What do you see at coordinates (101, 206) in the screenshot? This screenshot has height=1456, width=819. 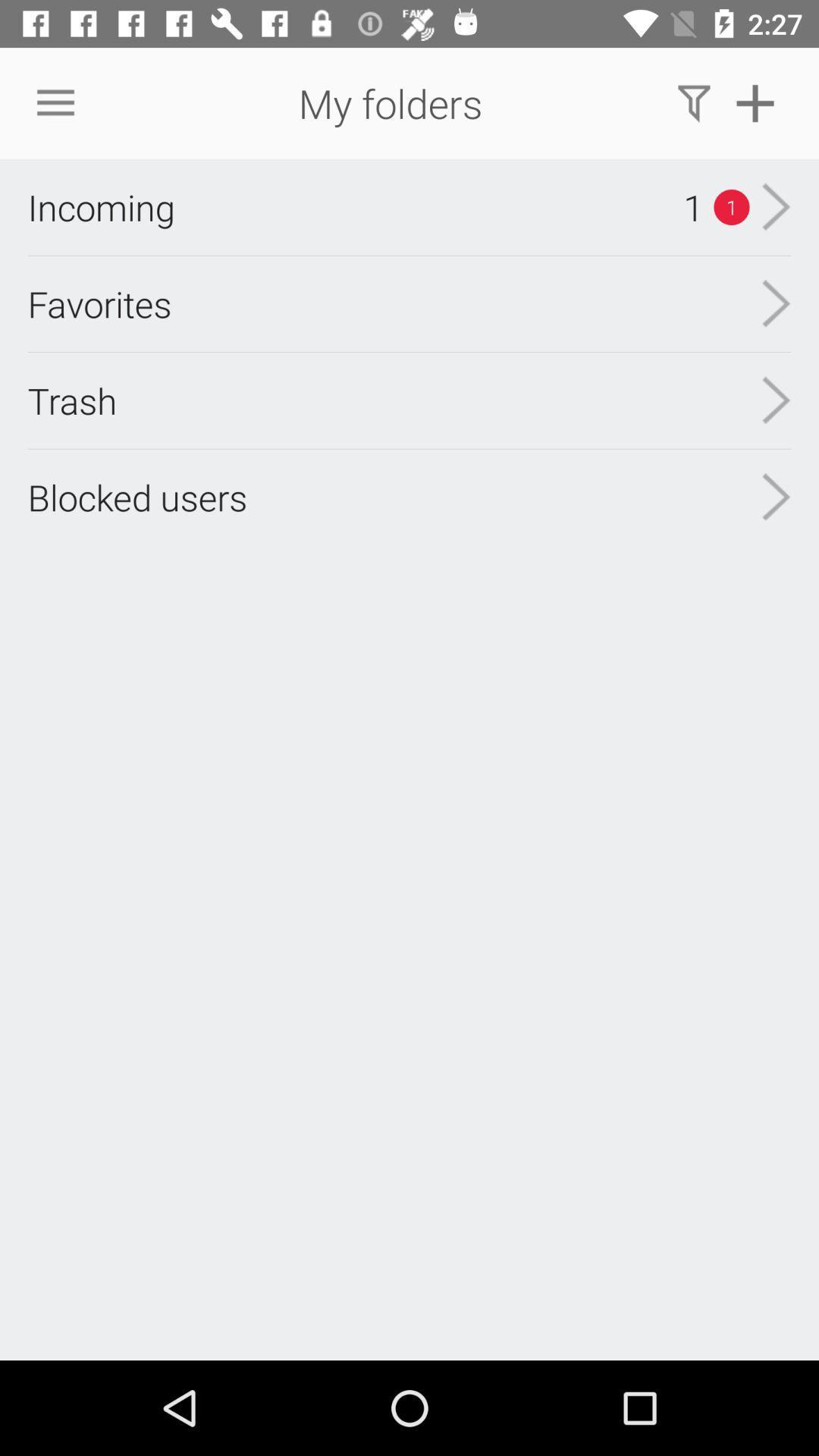 I see `the incoming` at bounding box center [101, 206].